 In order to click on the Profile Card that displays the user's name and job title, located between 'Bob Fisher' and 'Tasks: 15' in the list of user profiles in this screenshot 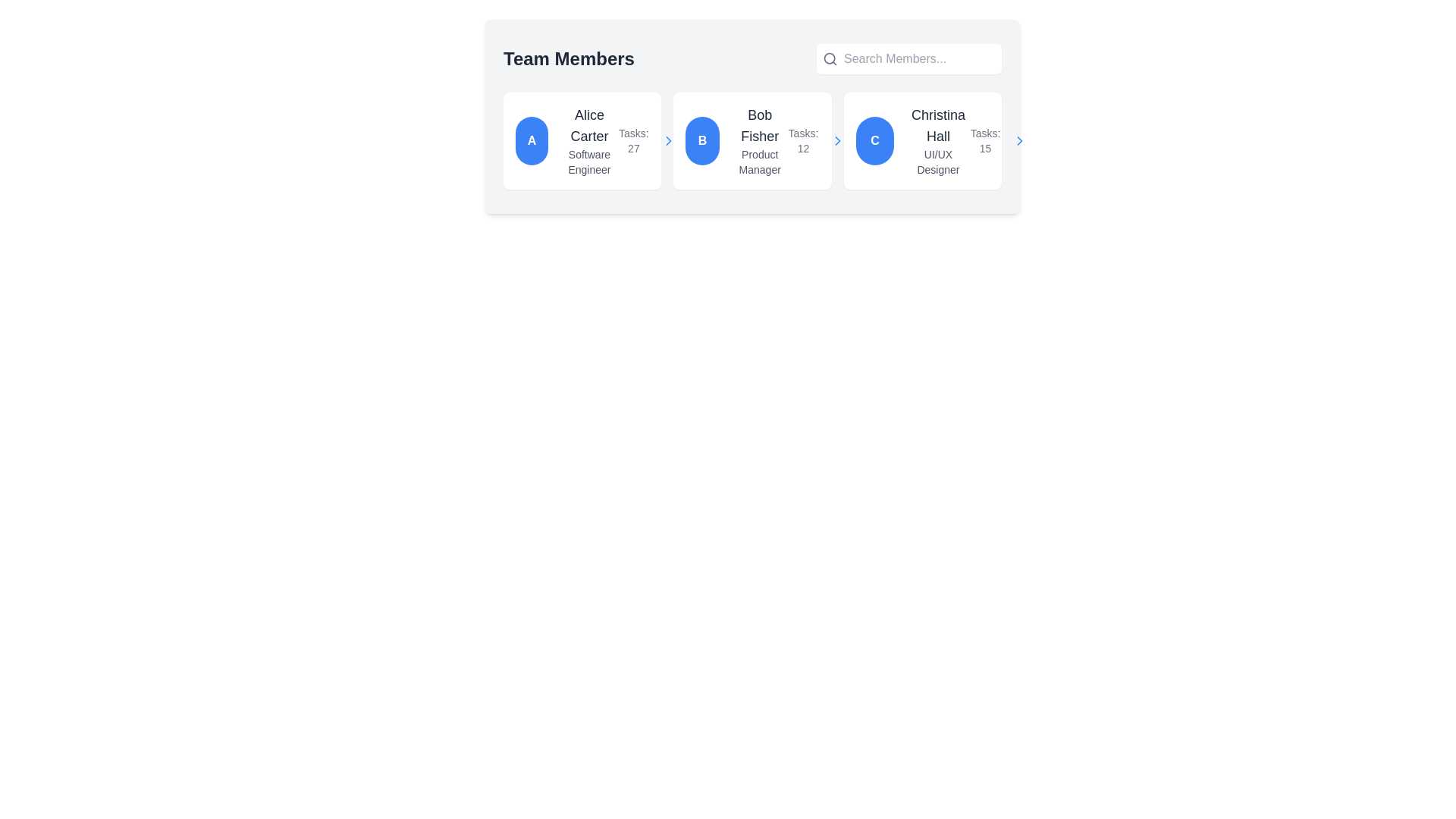, I will do `click(912, 140)`.